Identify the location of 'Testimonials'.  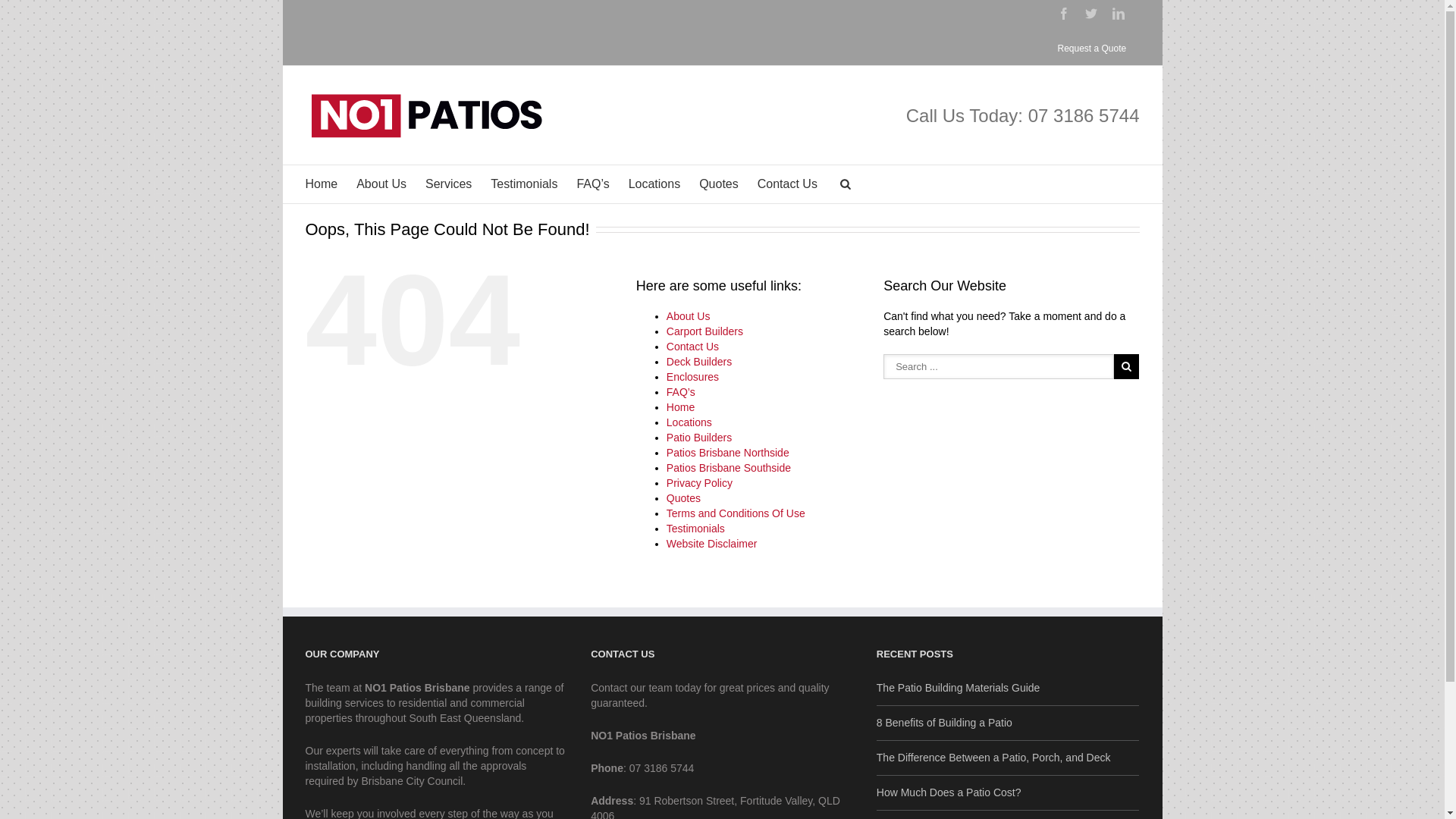
(524, 184).